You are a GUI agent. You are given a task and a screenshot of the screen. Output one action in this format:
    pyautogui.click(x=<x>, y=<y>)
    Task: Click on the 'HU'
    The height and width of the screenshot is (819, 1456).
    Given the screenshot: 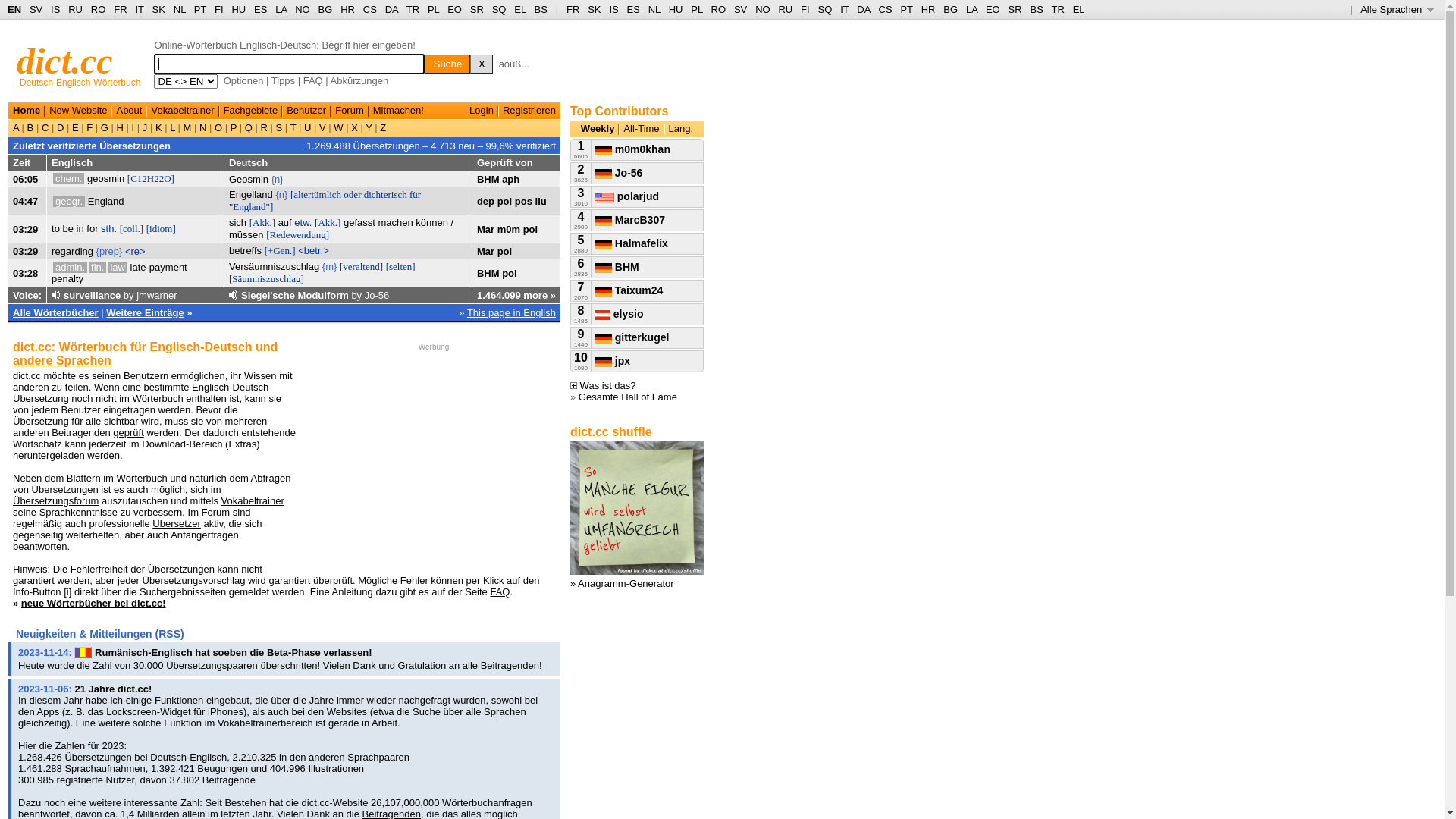 What is the action you would take?
    pyautogui.click(x=231, y=9)
    